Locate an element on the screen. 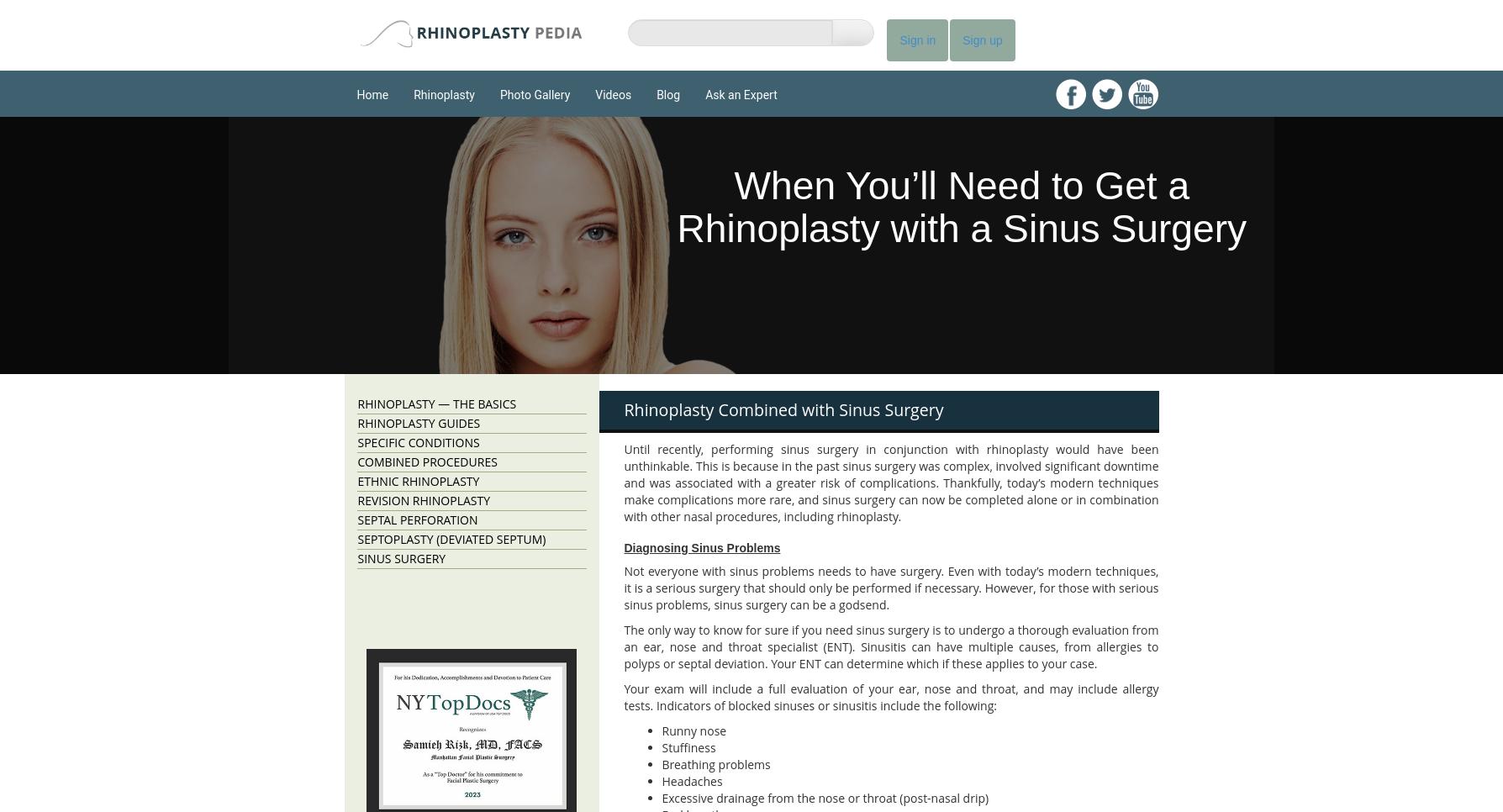  'SINUS SURGERY' is located at coordinates (356, 558).